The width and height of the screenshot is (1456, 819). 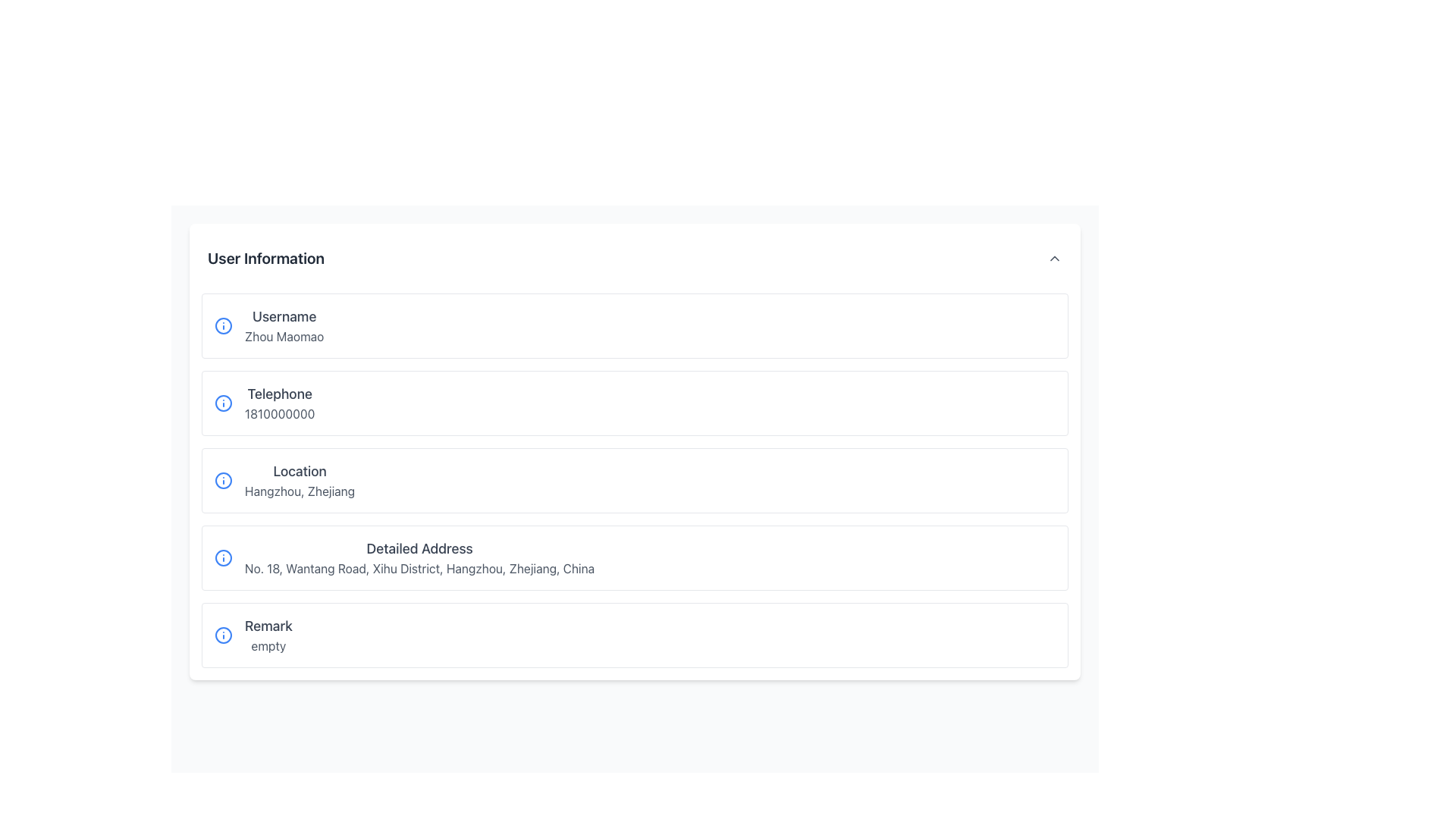 What do you see at coordinates (284, 315) in the screenshot?
I see `the text label that identifies the username in the 'User Information' section, which is located above the text 'Zhou Maomao'` at bounding box center [284, 315].